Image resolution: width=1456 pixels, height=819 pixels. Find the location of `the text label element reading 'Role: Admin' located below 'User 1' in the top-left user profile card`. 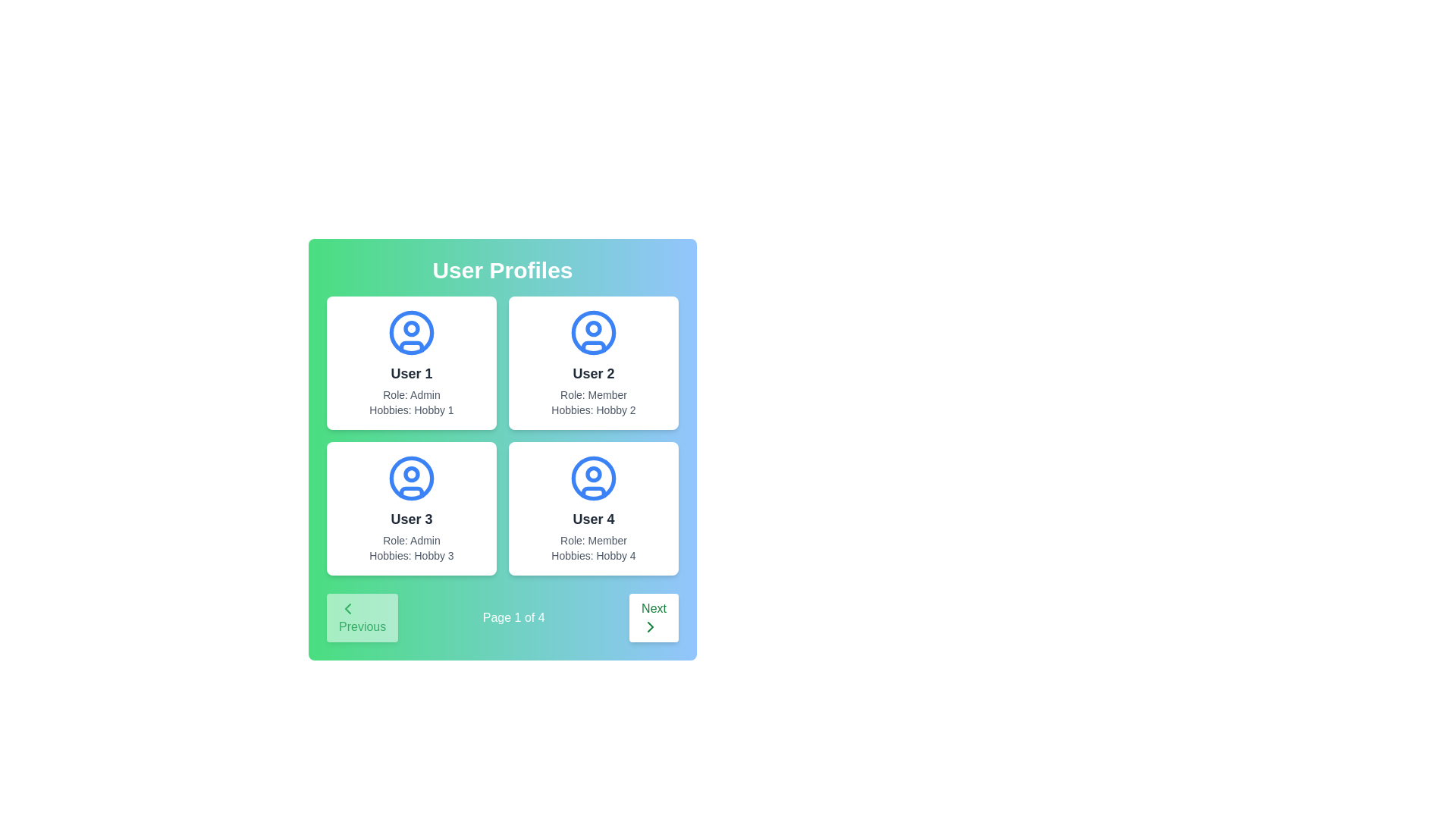

the text label element reading 'Role: Admin' located below 'User 1' in the top-left user profile card is located at coordinates (411, 394).